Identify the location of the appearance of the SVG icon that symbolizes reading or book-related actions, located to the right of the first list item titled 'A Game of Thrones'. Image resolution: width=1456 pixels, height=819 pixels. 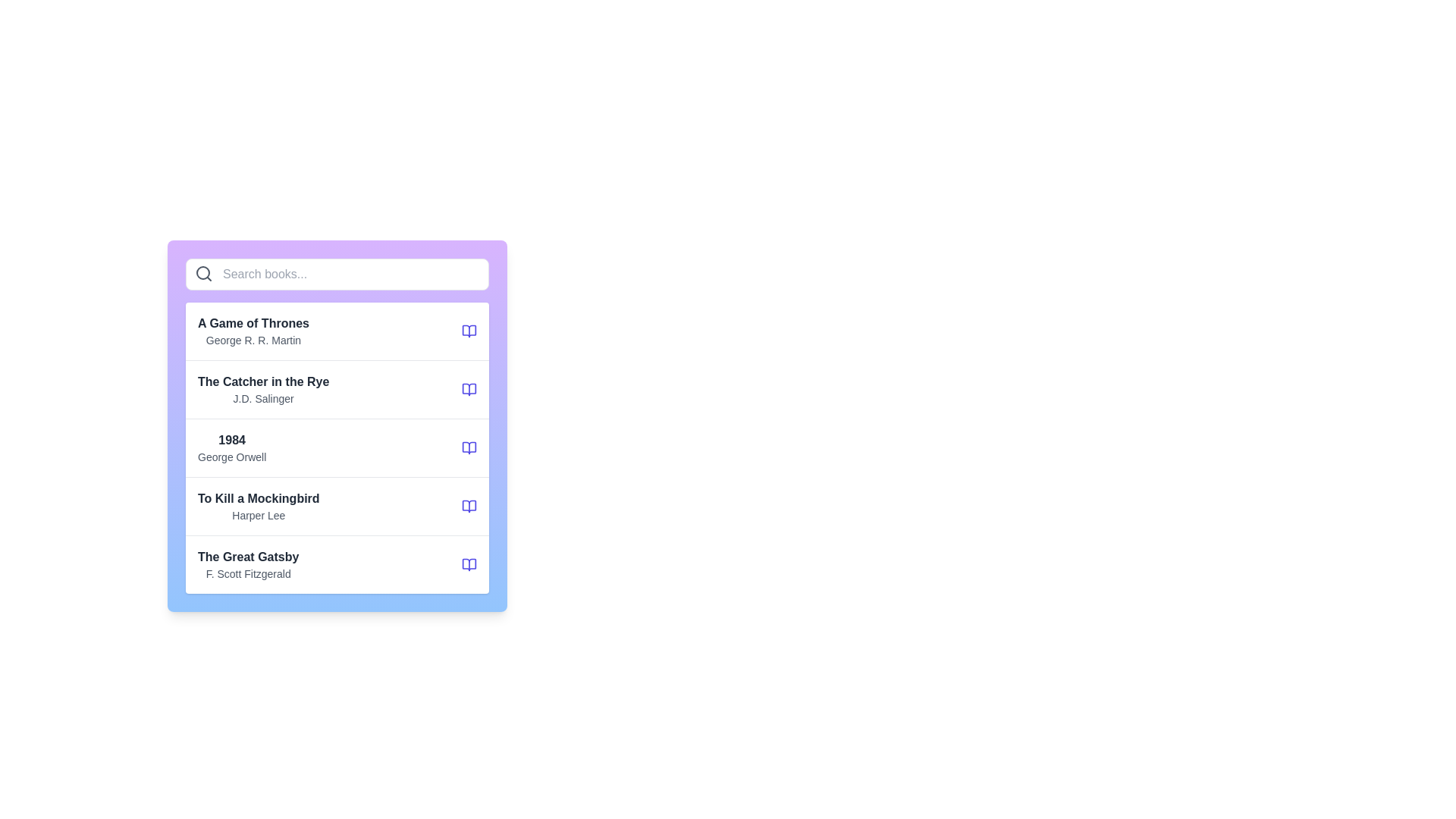
(469, 330).